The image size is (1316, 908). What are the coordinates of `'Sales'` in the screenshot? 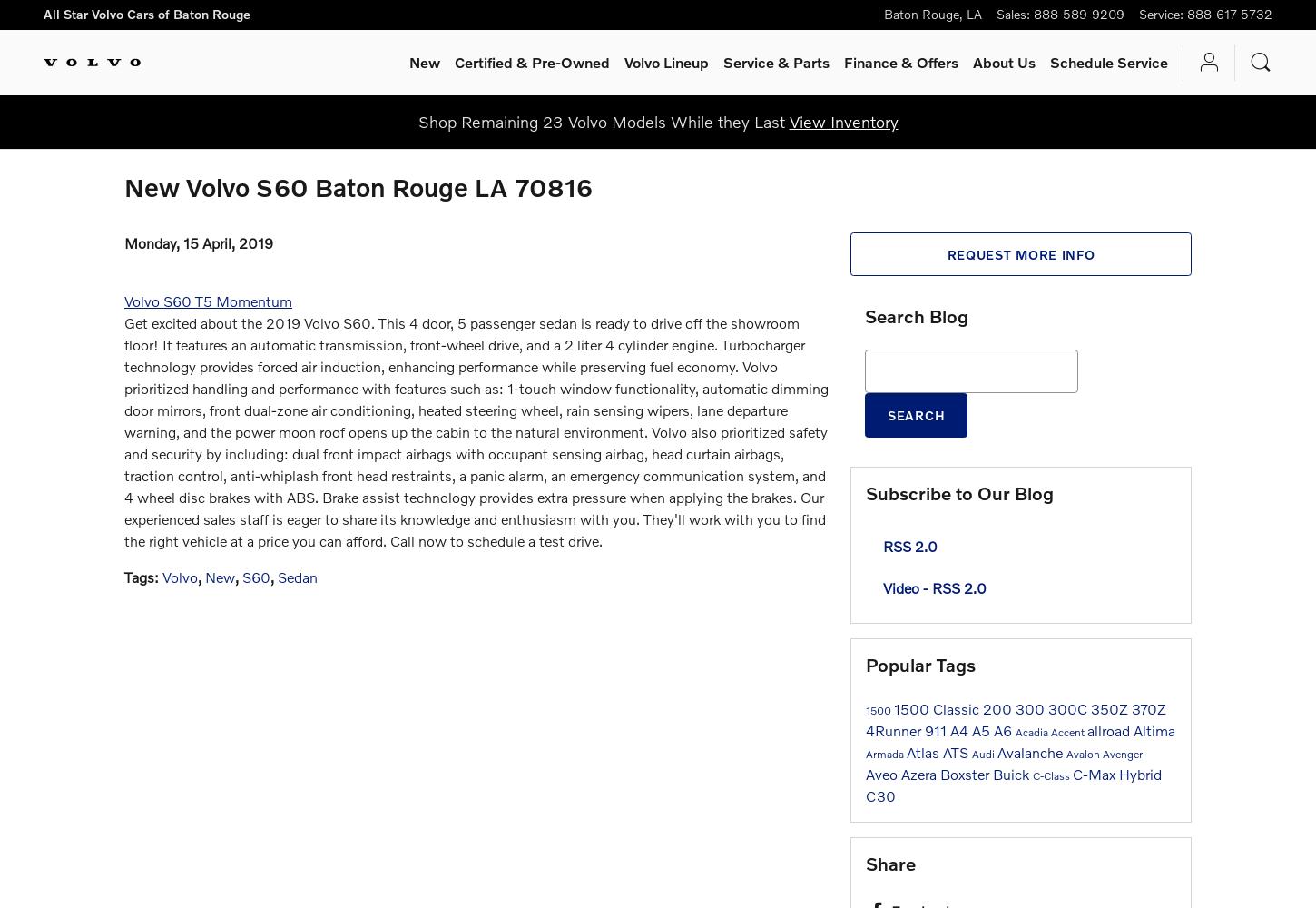 It's located at (995, 14).